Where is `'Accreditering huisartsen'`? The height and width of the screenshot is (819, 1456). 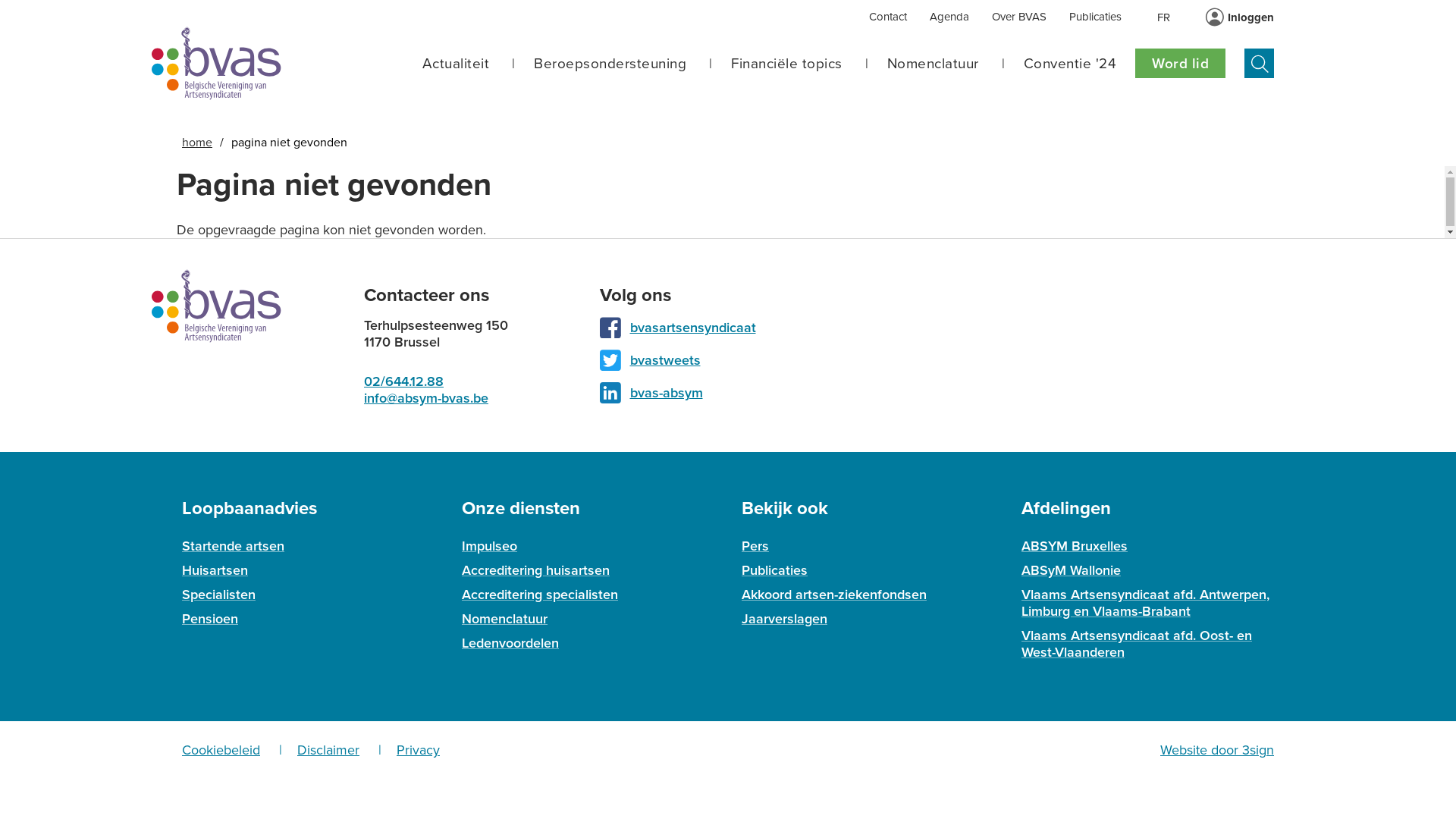
'Accreditering huisartsen' is located at coordinates (535, 570).